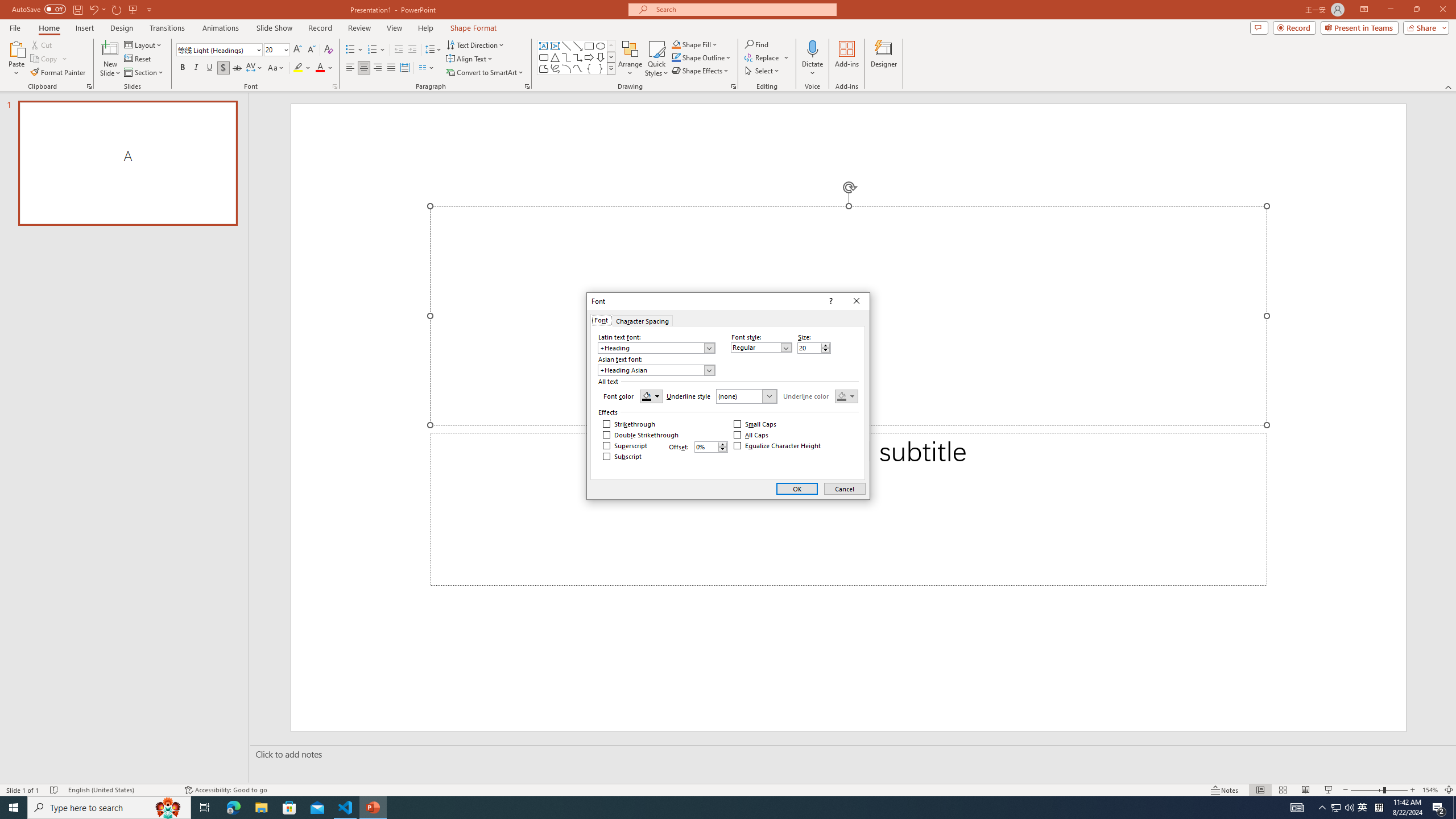 The image size is (1456, 819). I want to click on 'Cut', so click(42, 44).